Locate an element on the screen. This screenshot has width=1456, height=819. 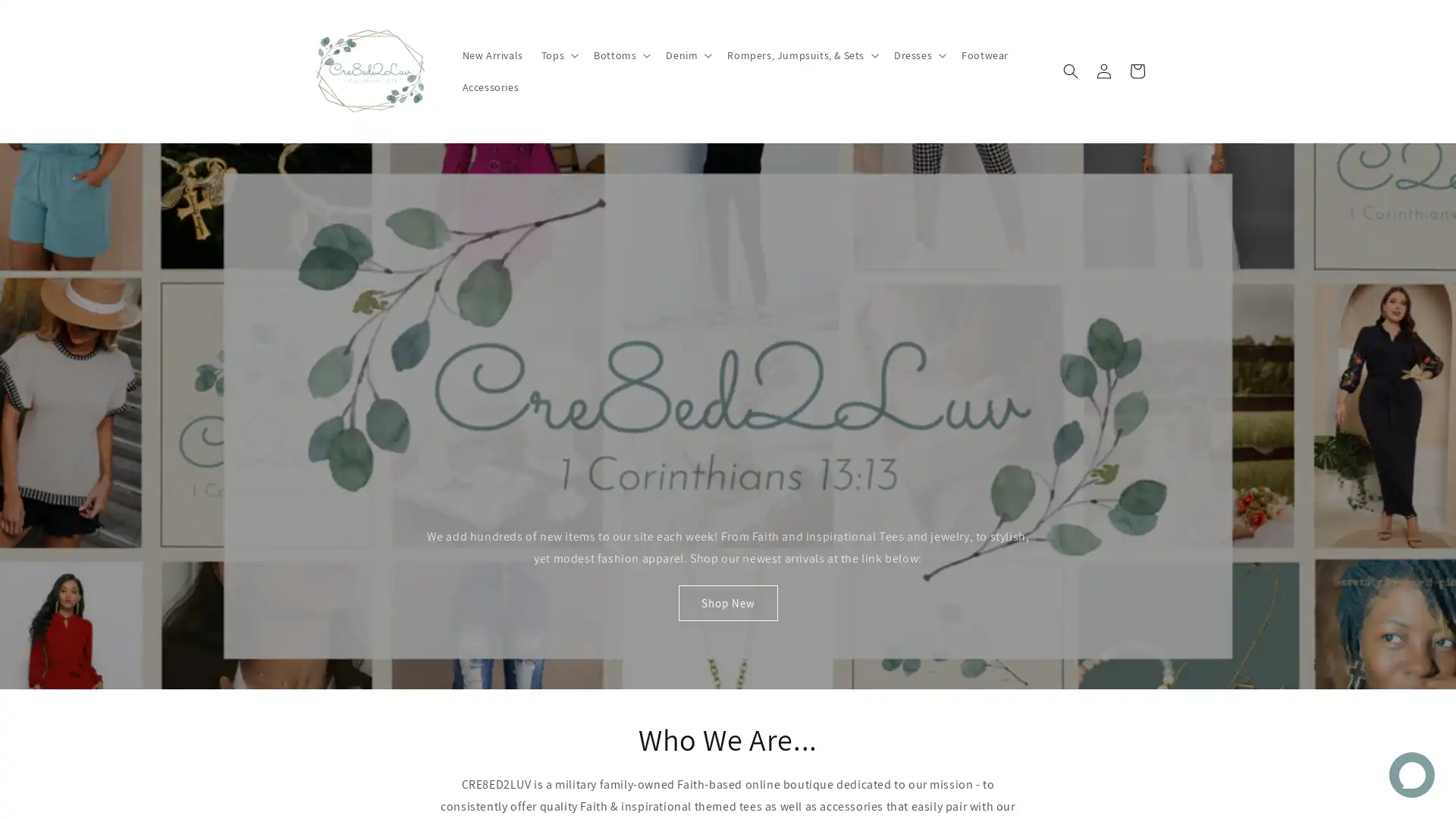
Dresses is located at coordinates (917, 105).